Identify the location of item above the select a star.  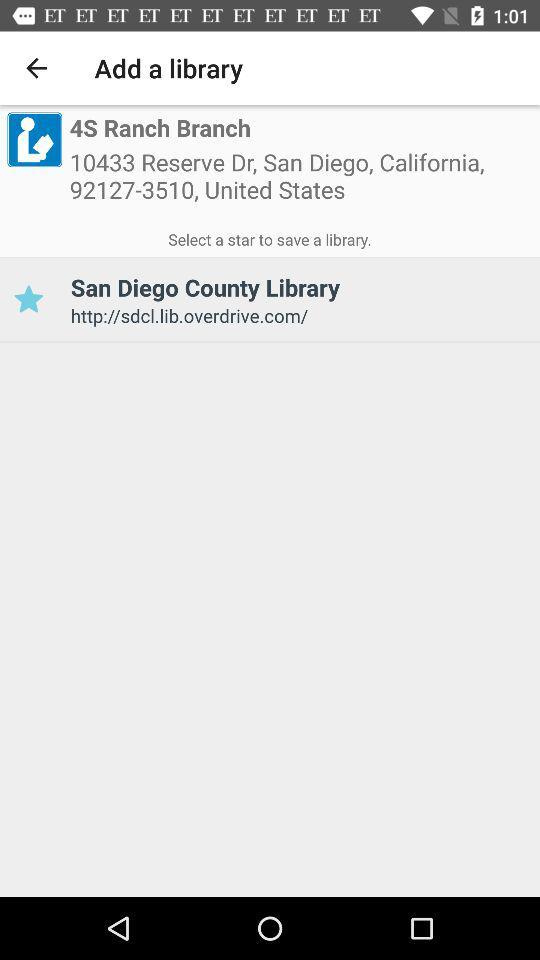
(33, 138).